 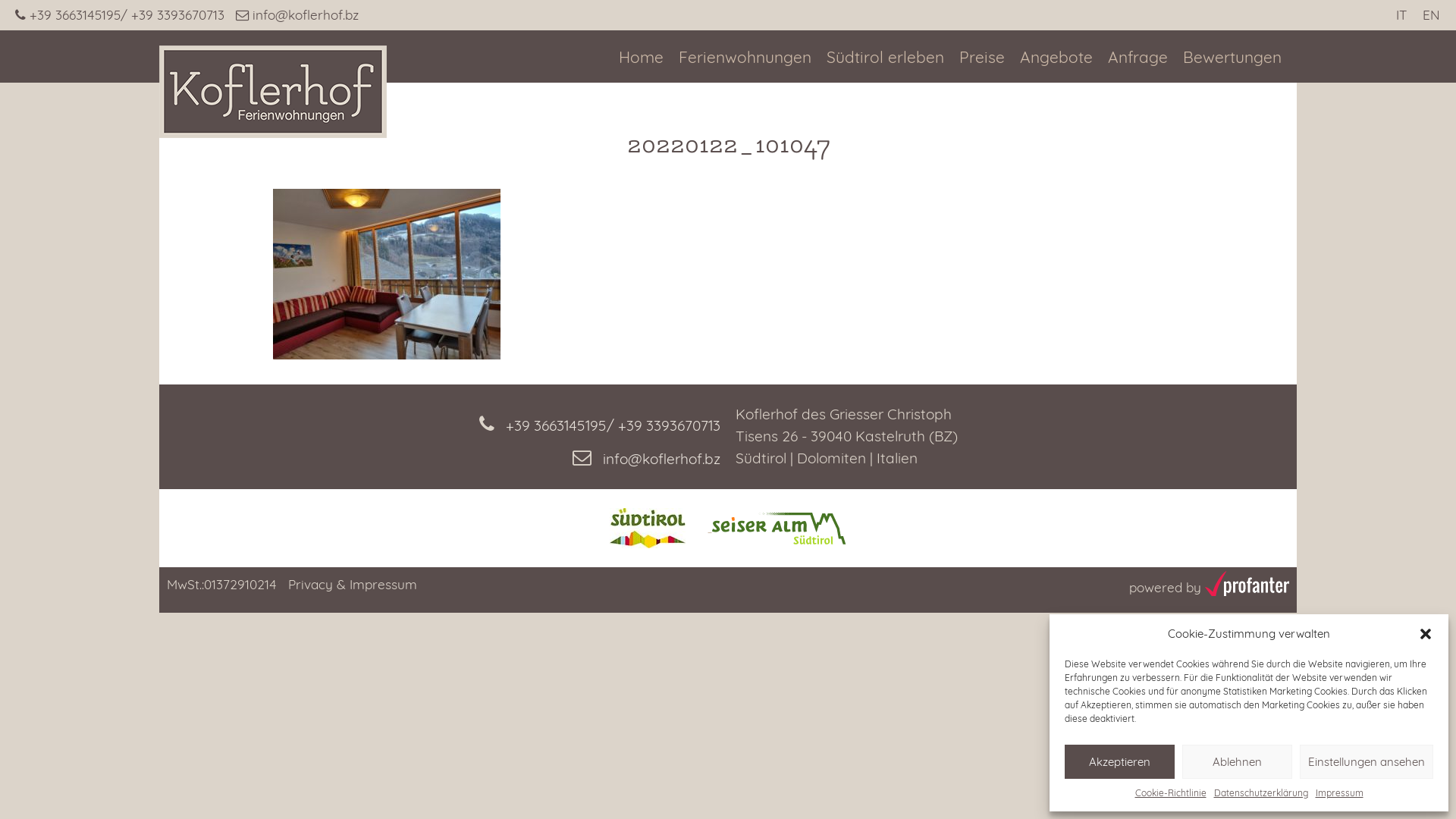 I want to click on 'Cookie-Richtlinie', so click(x=1169, y=792).